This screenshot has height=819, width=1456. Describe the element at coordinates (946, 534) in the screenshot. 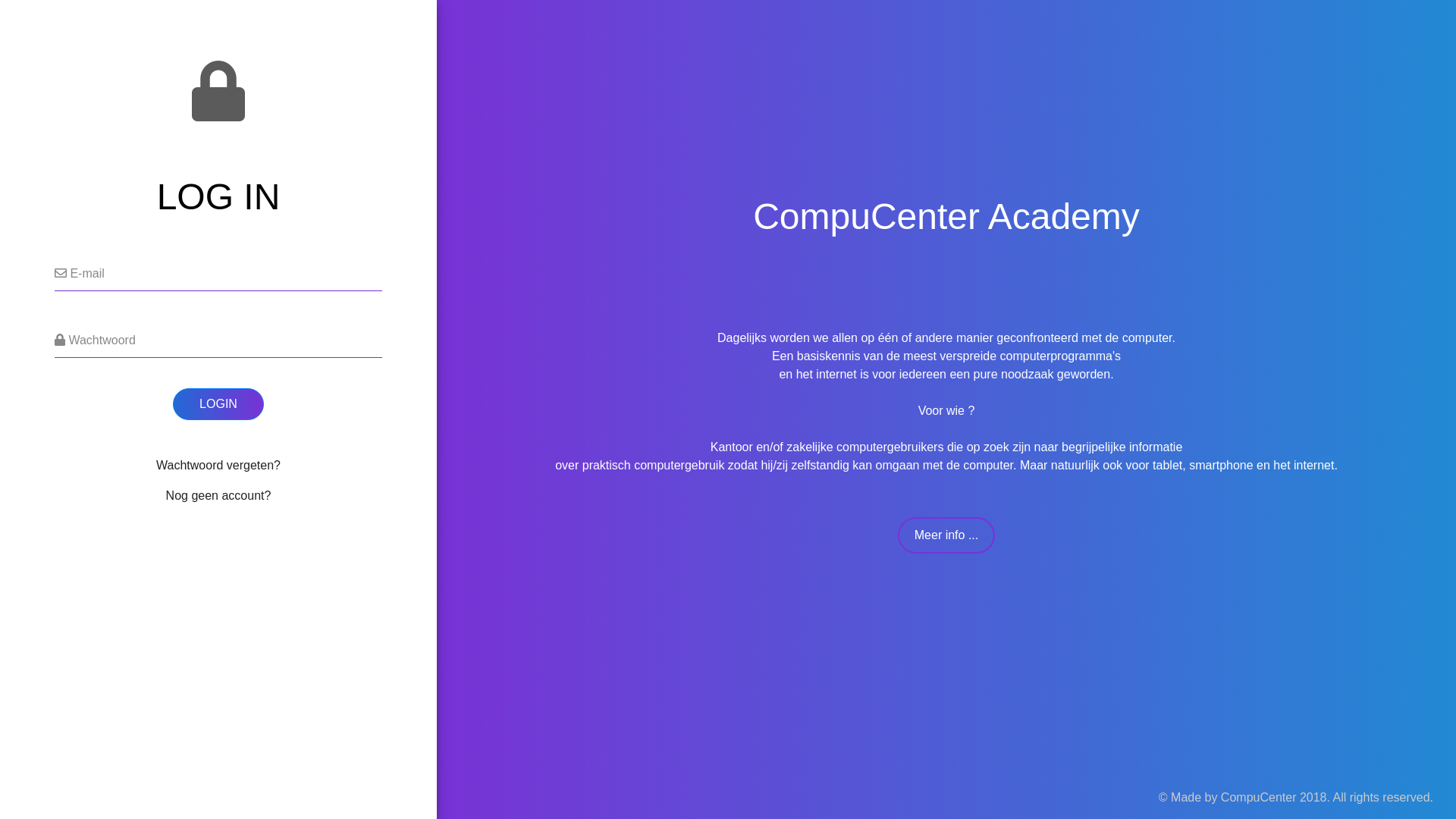

I see `'Meer info ...'` at that location.